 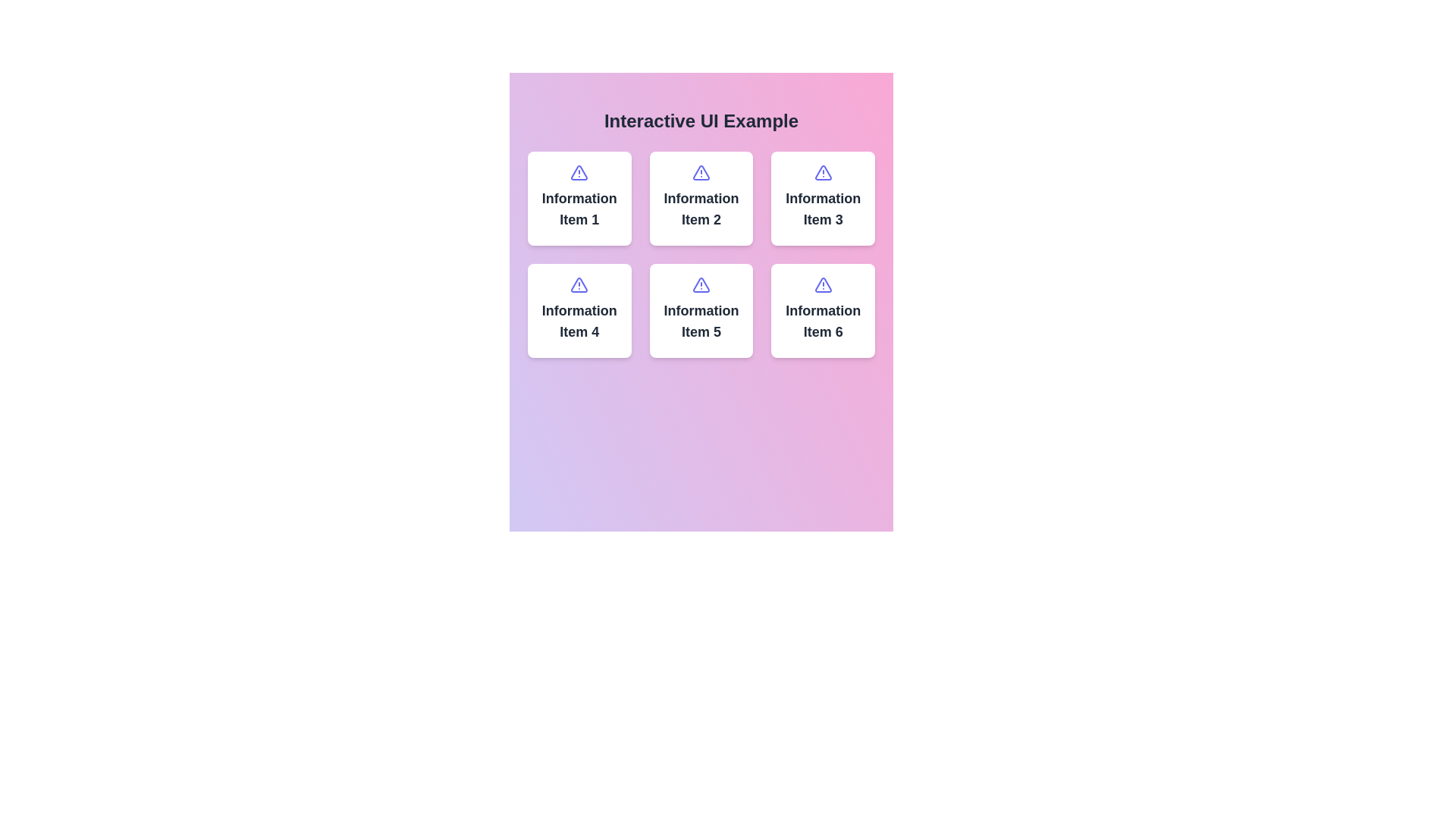 I want to click on the triangular indigo icon with an exclamation mark located in the header area of the sixth card labeled 'Information Item 6', so click(x=822, y=284).